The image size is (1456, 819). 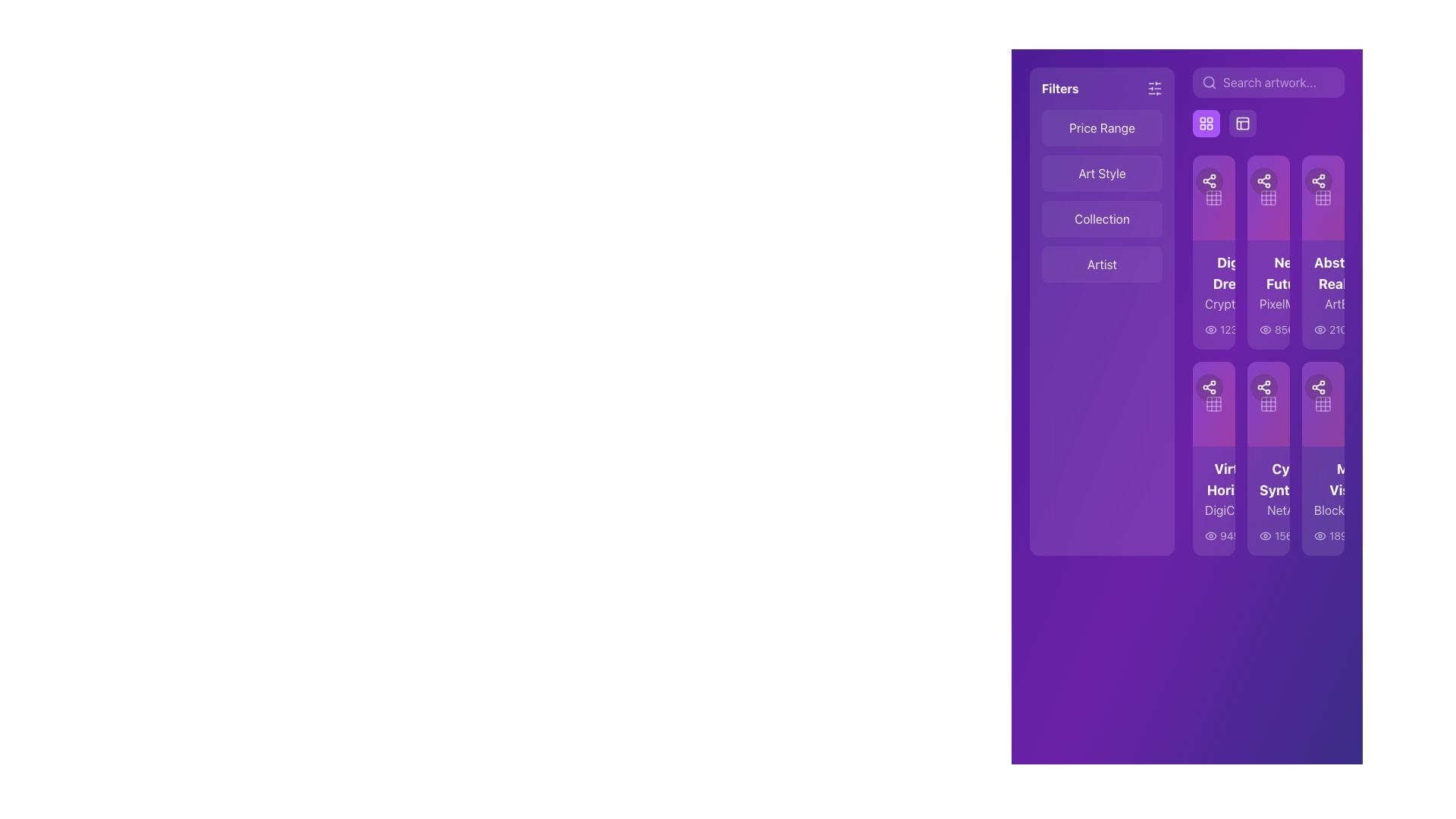 I want to click on numeric label displaying '1567' next to the eye-shaped icon located at the bottom right of the group, so click(x=1314, y=535).